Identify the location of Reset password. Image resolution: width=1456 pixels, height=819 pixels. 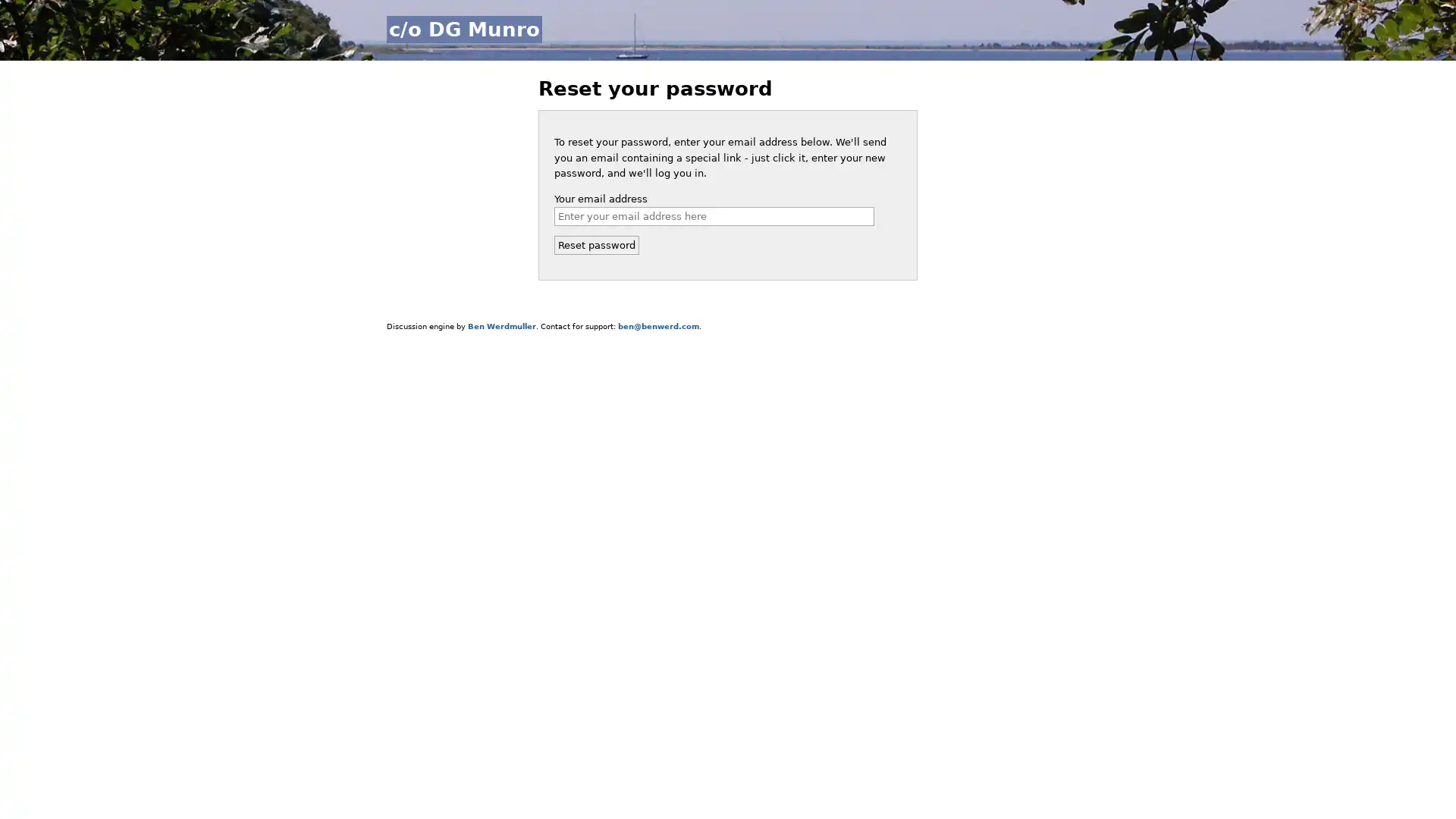
(596, 243).